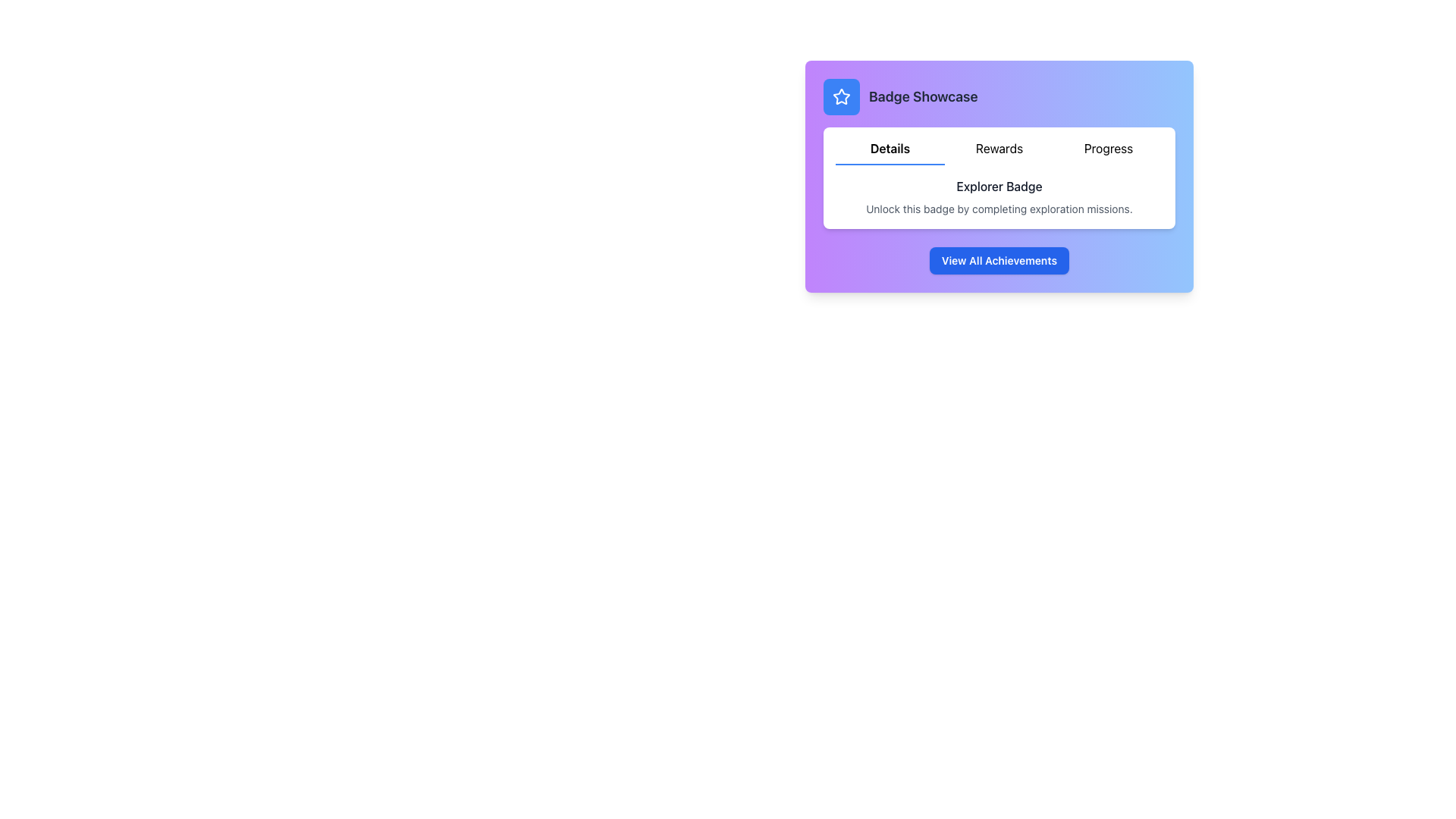 The width and height of the screenshot is (1456, 819). I want to click on the 'Rewards' text-based navigation tab, so click(999, 152).